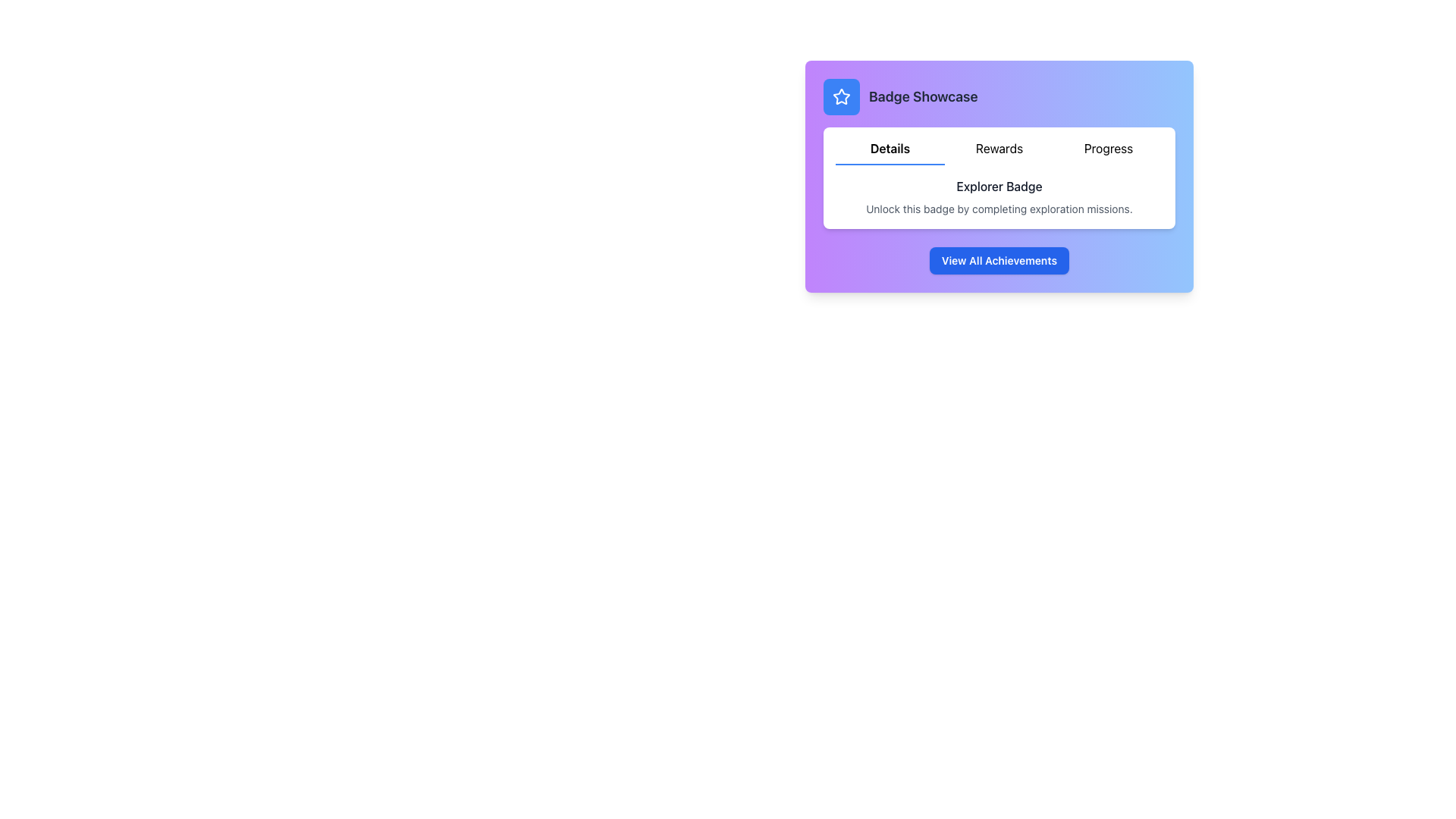 The width and height of the screenshot is (1456, 819). I want to click on the 'Rewards' text-based navigation tab, so click(999, 152).